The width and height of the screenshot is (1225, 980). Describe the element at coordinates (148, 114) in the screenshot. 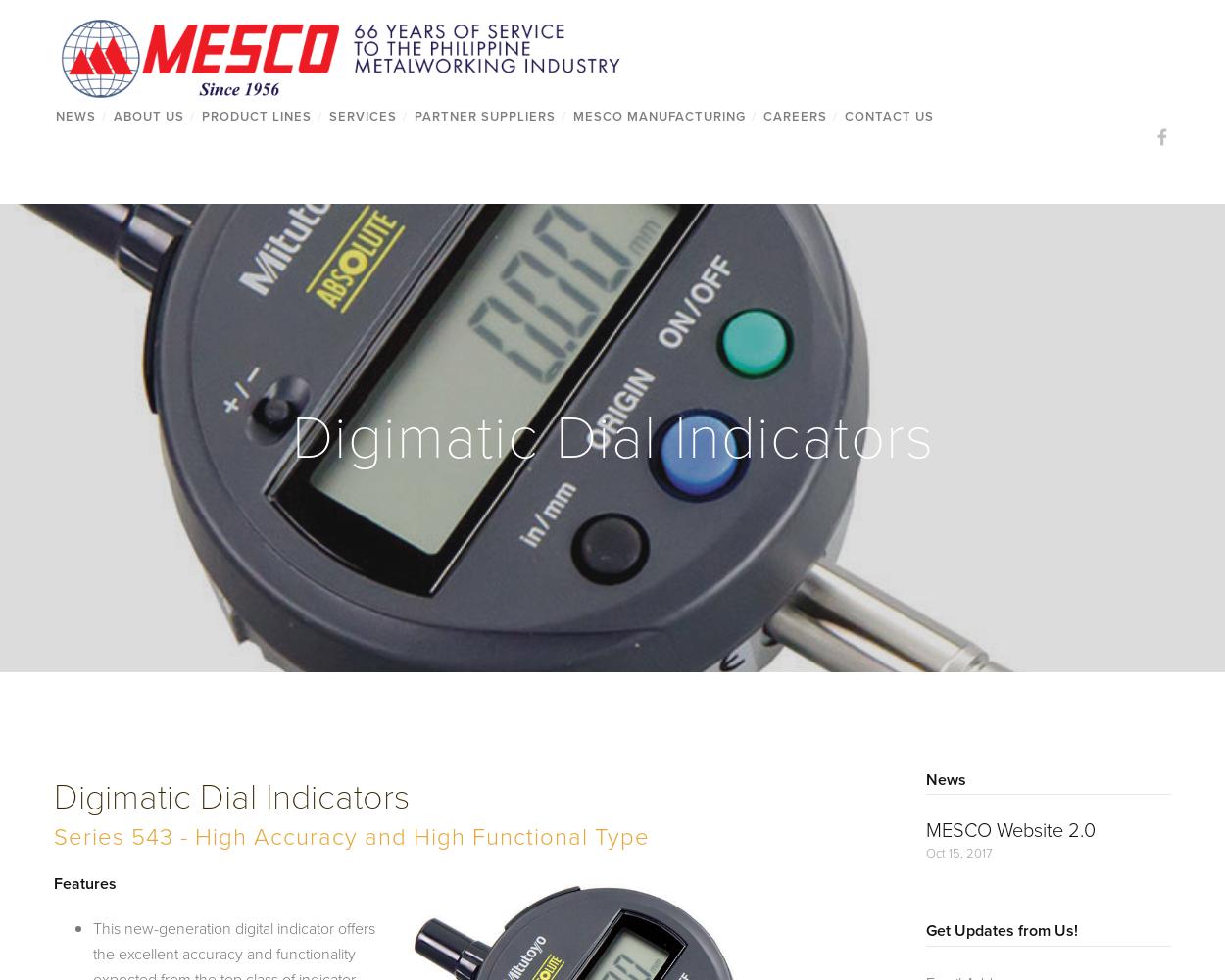

I see `'About Us'` at that location.